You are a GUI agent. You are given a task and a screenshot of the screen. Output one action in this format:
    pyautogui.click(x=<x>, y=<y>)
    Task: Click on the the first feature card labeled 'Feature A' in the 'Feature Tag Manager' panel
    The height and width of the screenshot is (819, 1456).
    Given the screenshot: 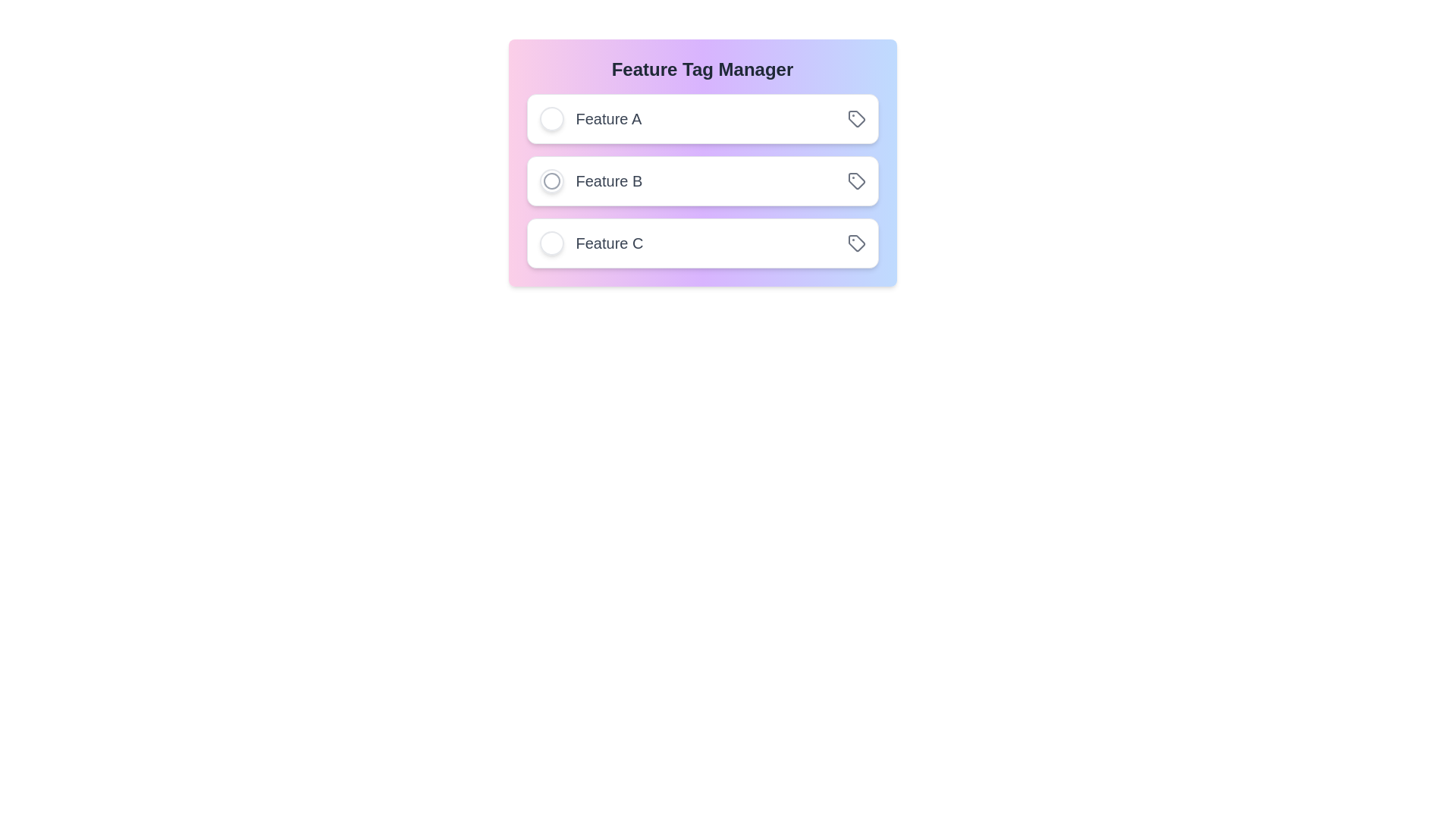 What is the action you would take?
    pyautogui.click(x=701, y=118)
    